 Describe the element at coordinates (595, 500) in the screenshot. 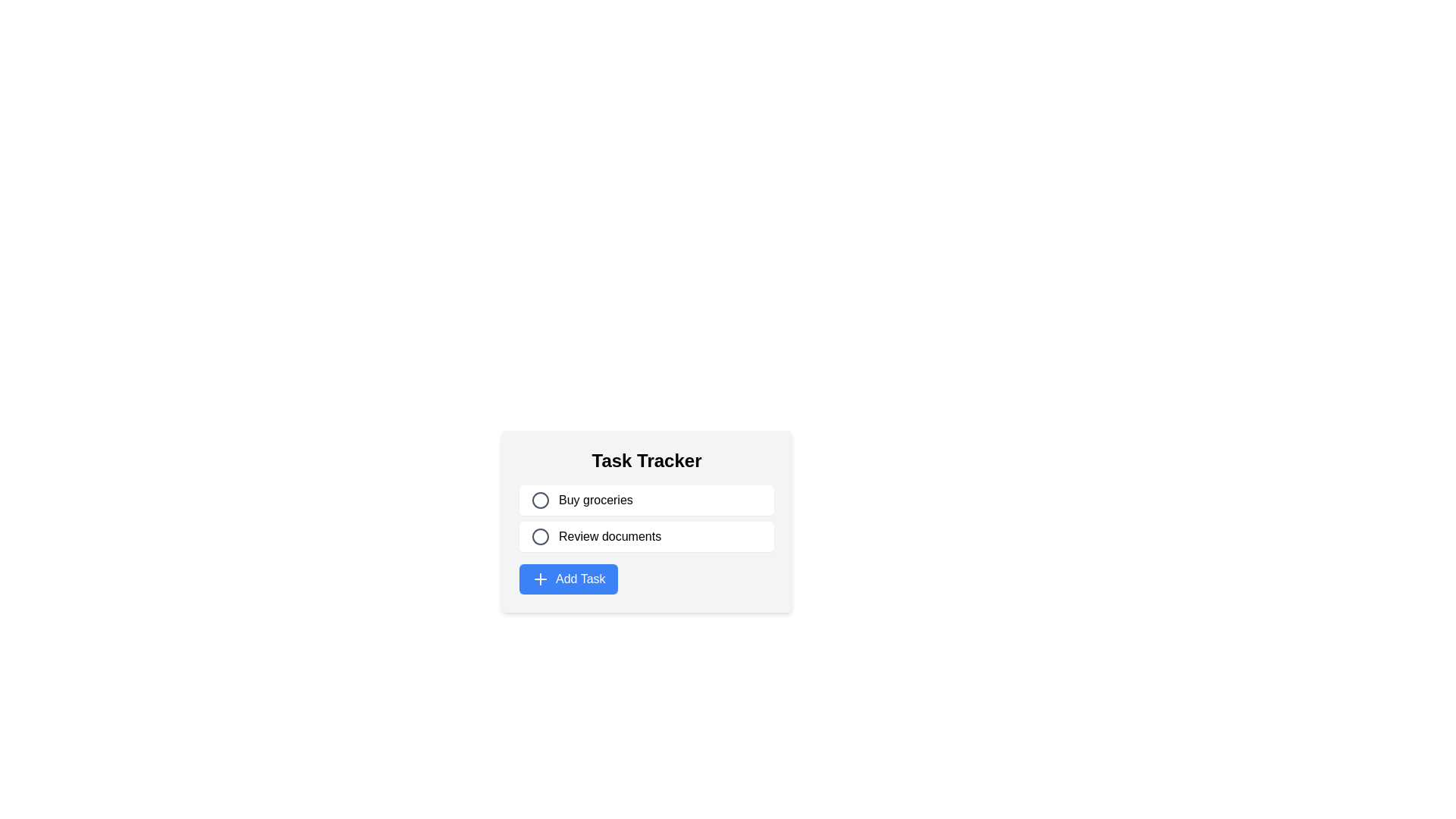

I see `text content of the task title displayed in the text label located within the first task entry of the task tracker interface, positioned to the right of a circular icon` at that location.